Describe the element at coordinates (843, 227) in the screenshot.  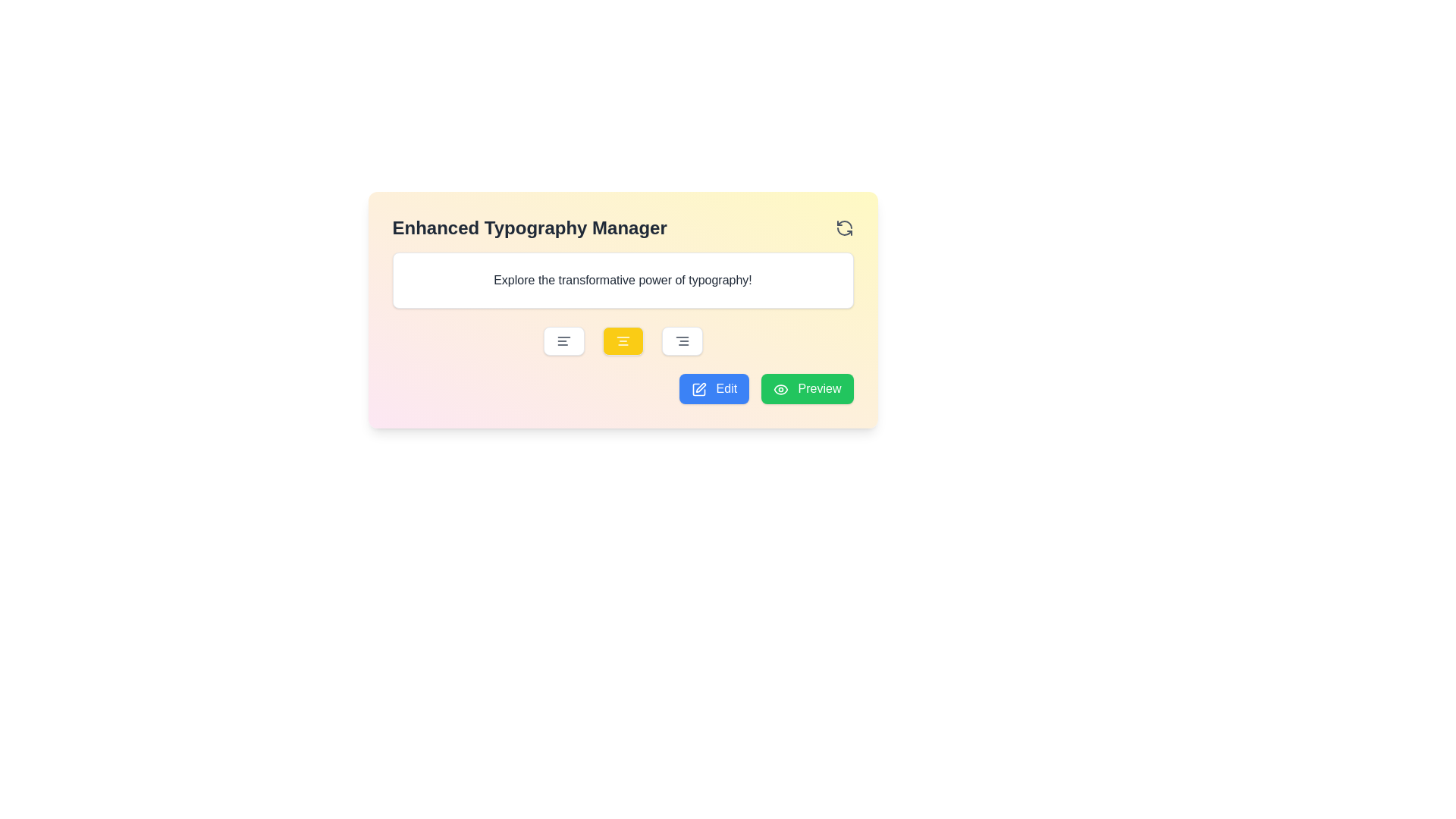
I see `the Circular arrow icon (refresh button) located in the top-right corner of the 'Enhanced Typography Manager' section, represented by an SVG graphic with two arrows forming a cycle` at that location.